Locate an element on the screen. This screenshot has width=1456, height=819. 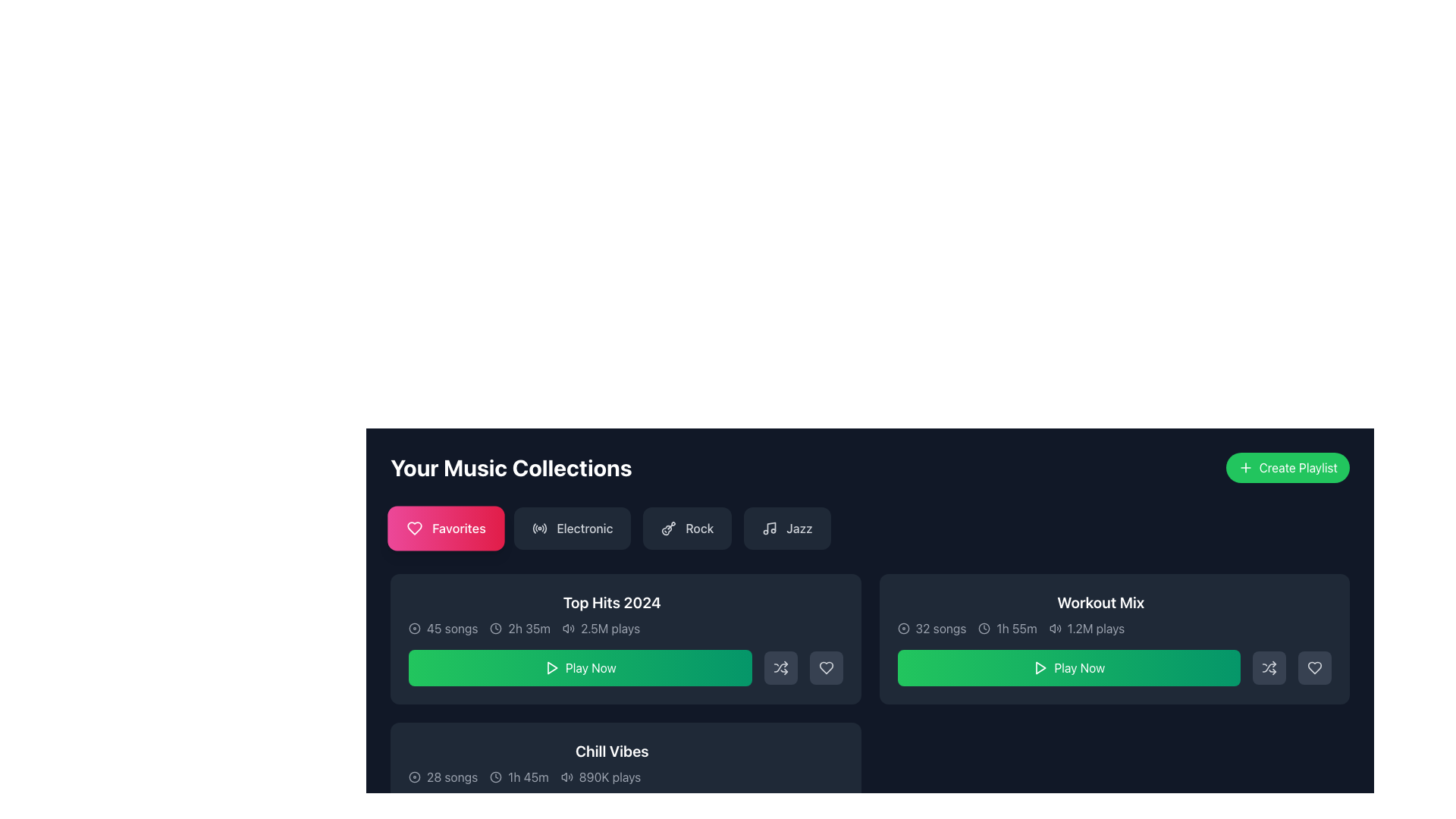
the decorative arc in the SVG icon, which is a curved line forming an arc in the top-left quadrant of the graphic is located at coordinates (535, 528).